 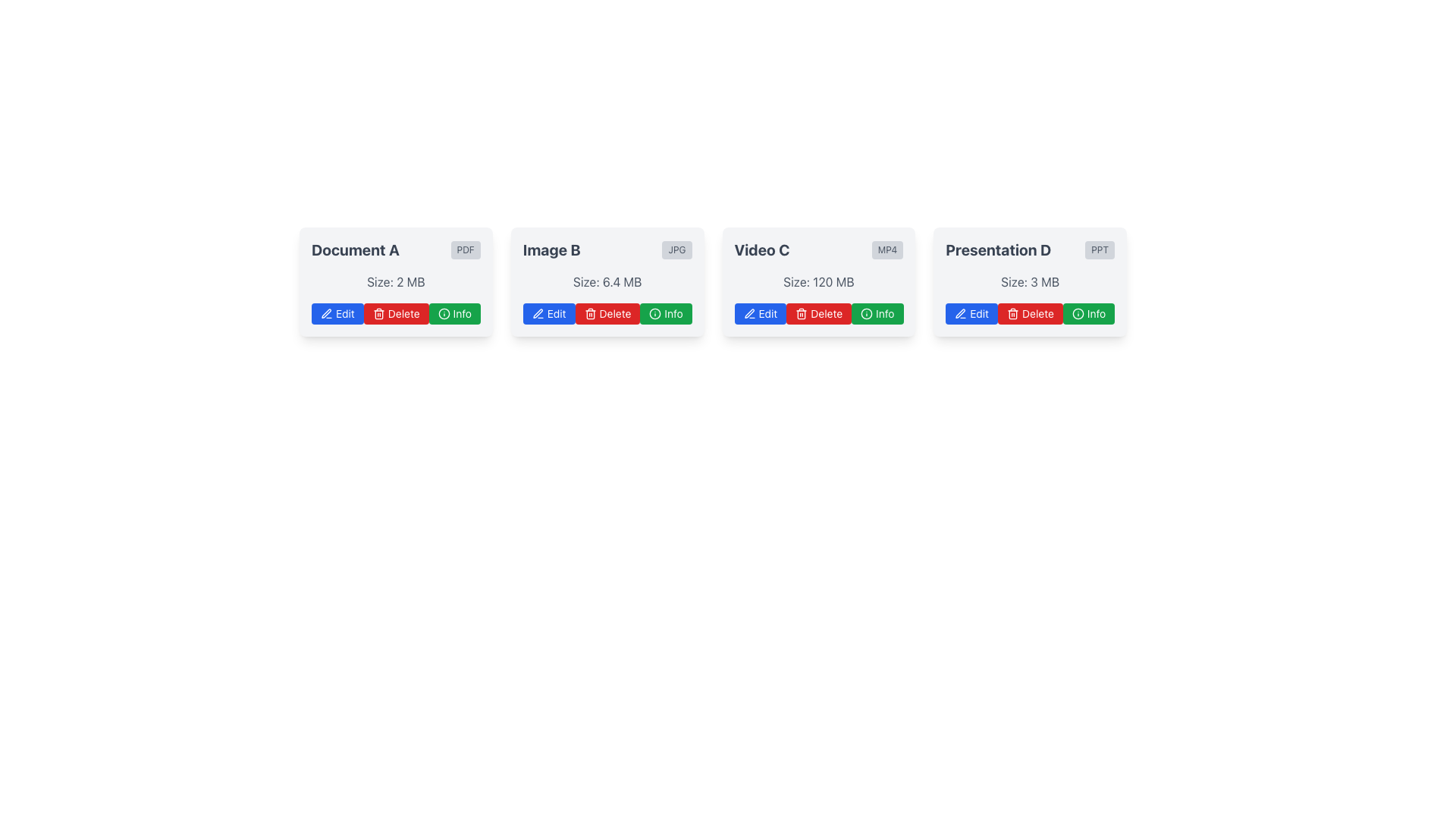 What do you see at coordinates (325, 312) in the screenshot?
I see `the pen icon representing the 'edit' functionality, located beneath the 'Document A' title` at bounding box center [325, 312].